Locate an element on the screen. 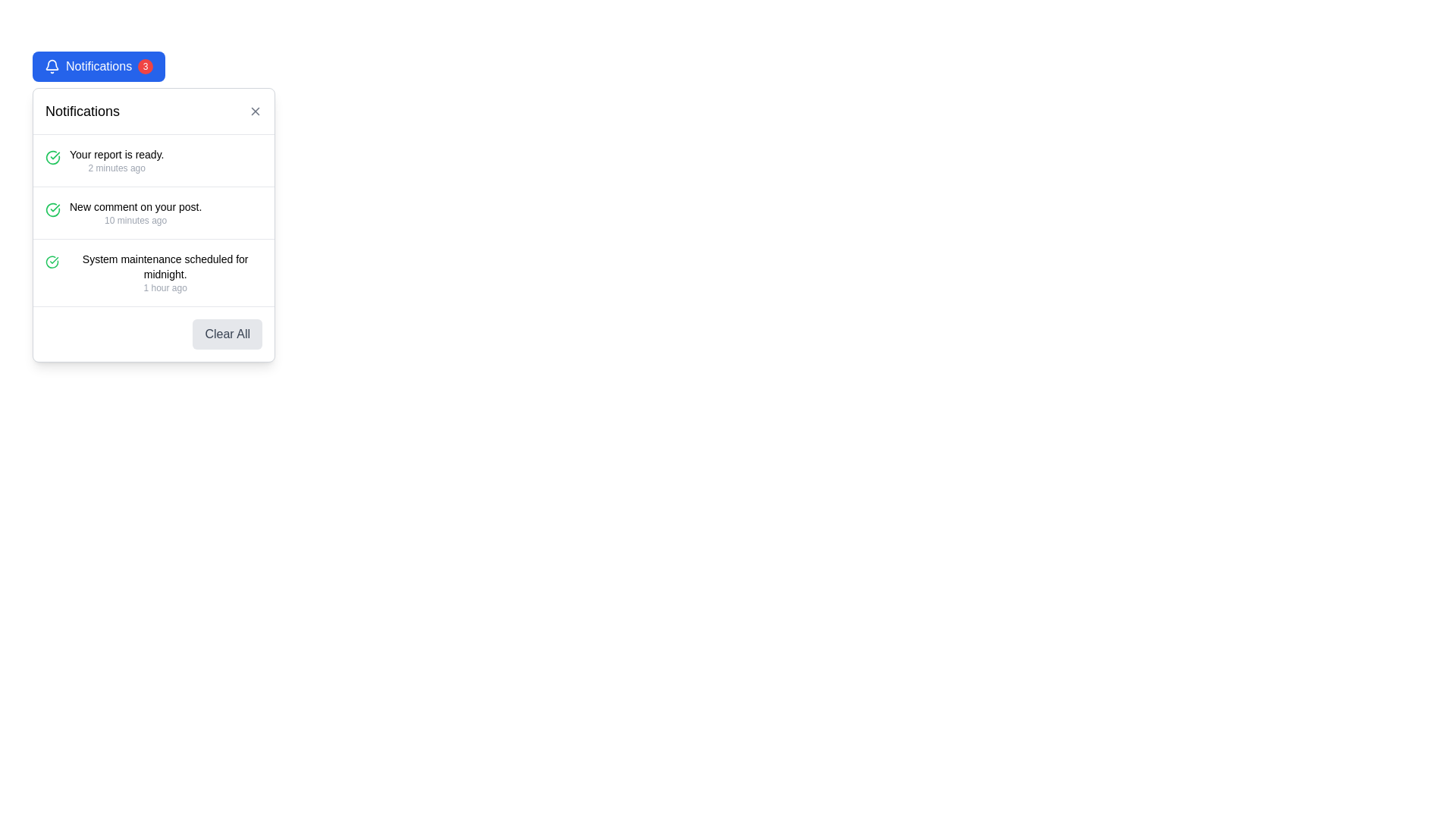  the status notification icon indicating success or completion located at the start of the notification text 'System maintenance scheduled for midnight. 1 hour ago.' is located at coordinates (52, 262).